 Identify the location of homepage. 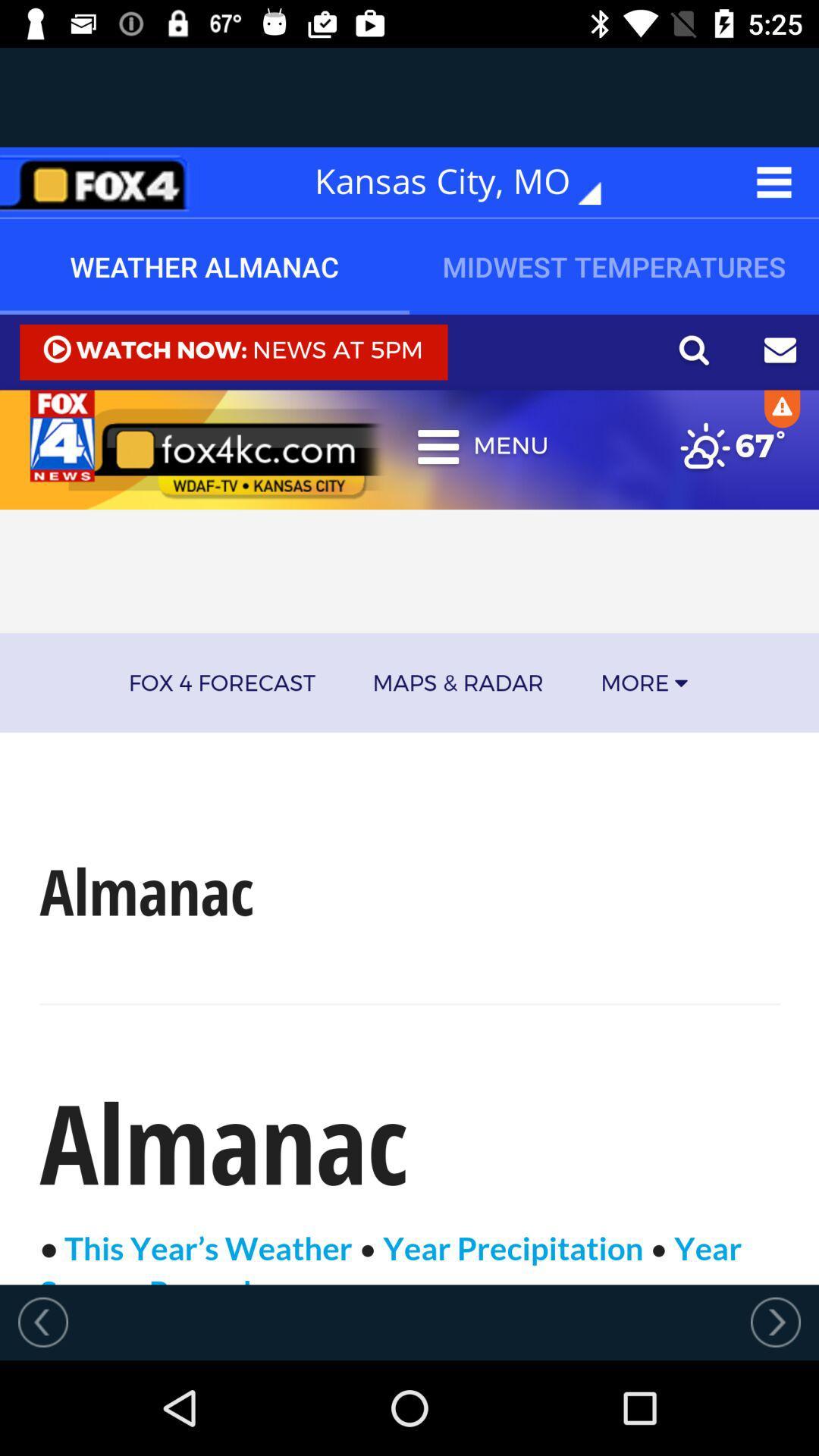
(99, 182).